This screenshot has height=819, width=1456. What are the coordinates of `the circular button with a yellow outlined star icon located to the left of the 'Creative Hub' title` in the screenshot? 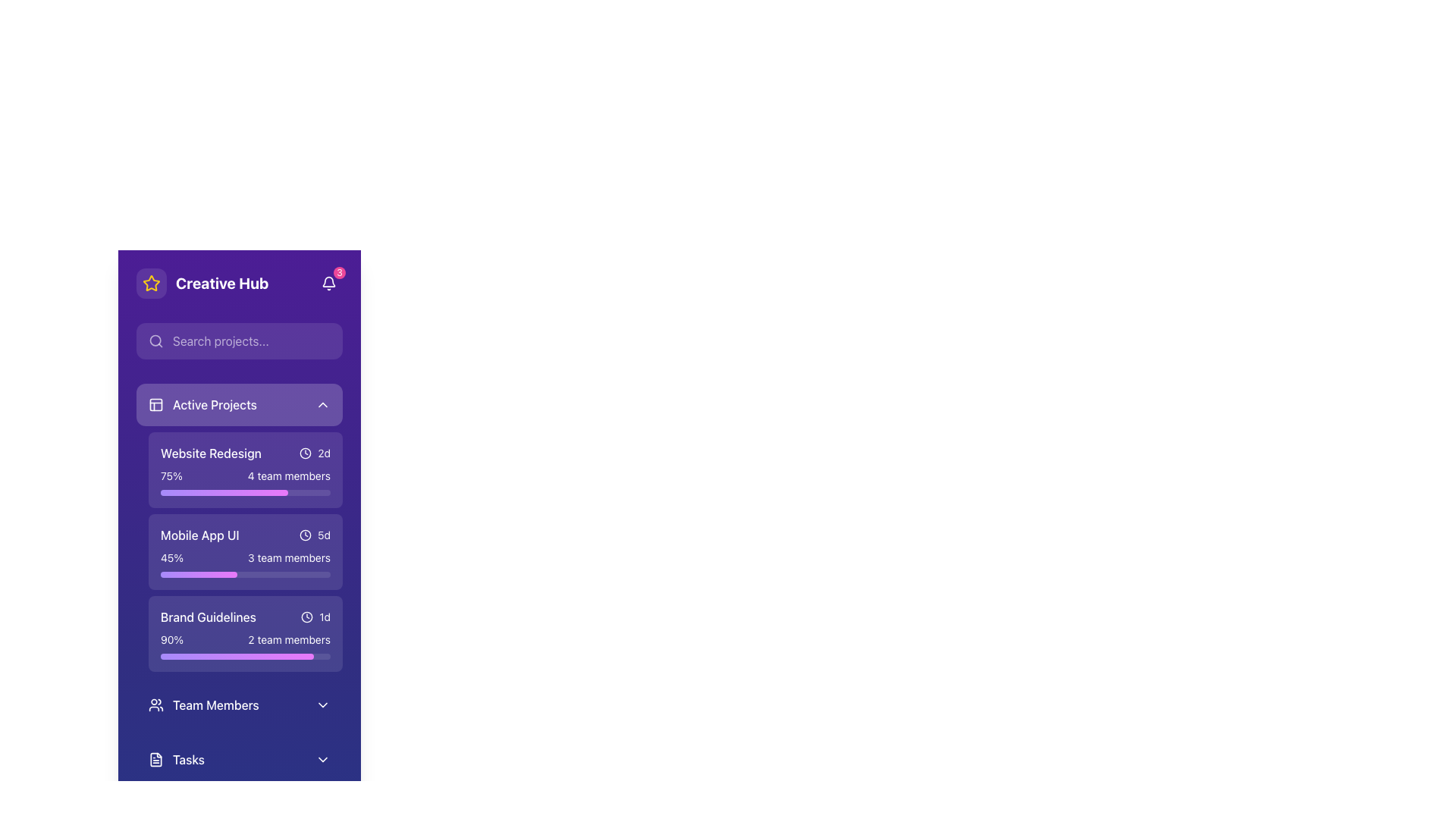 It's located at (152, 284).